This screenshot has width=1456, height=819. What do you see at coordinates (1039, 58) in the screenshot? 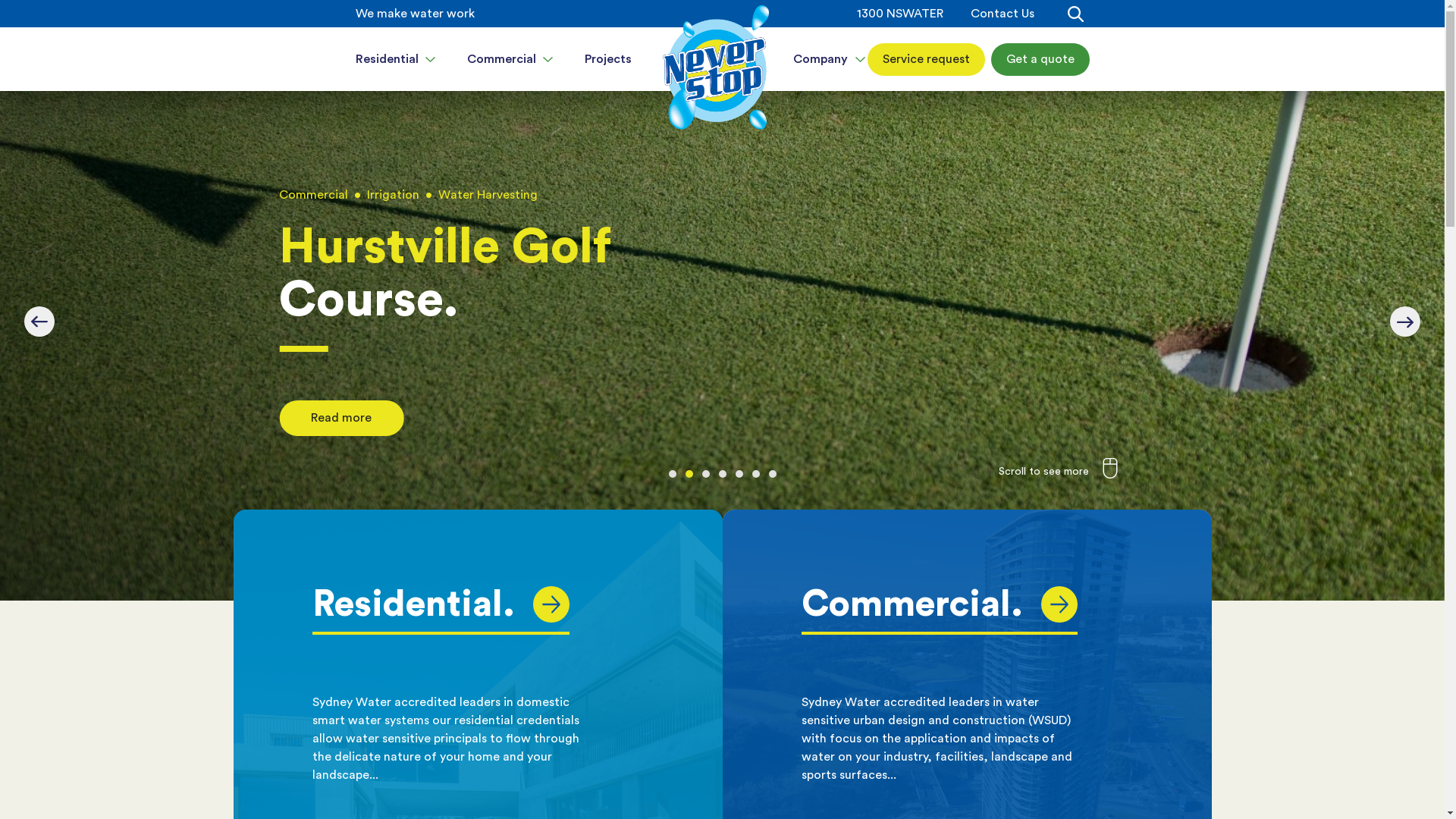
I see `'Get a quote'` at bounding box center [1039, 58].